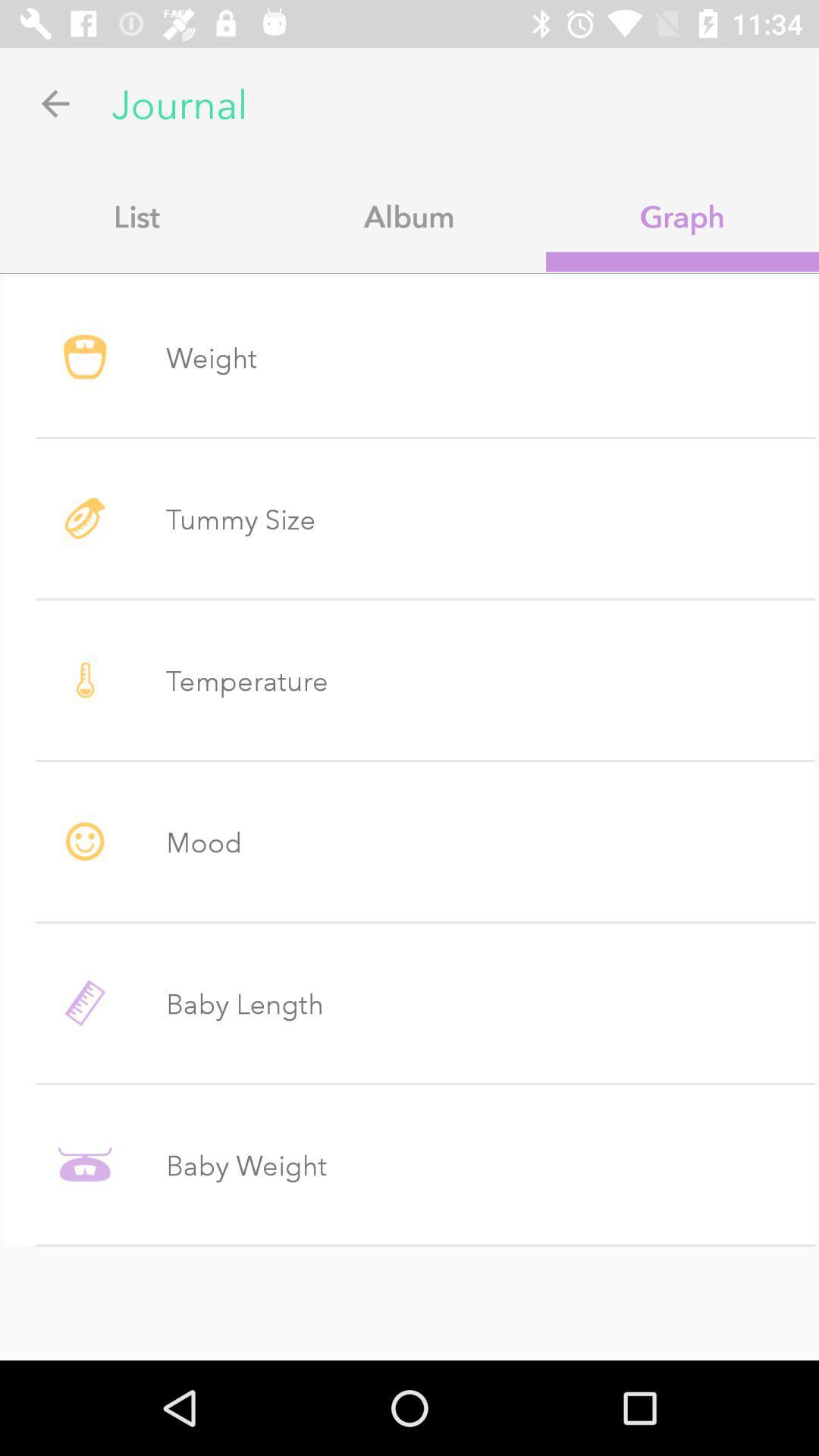 The image size is (819, 1456). What do you see at coordinates (681, 215) in the screenshot?
I see `graph app` at bounding box center [681, 215].